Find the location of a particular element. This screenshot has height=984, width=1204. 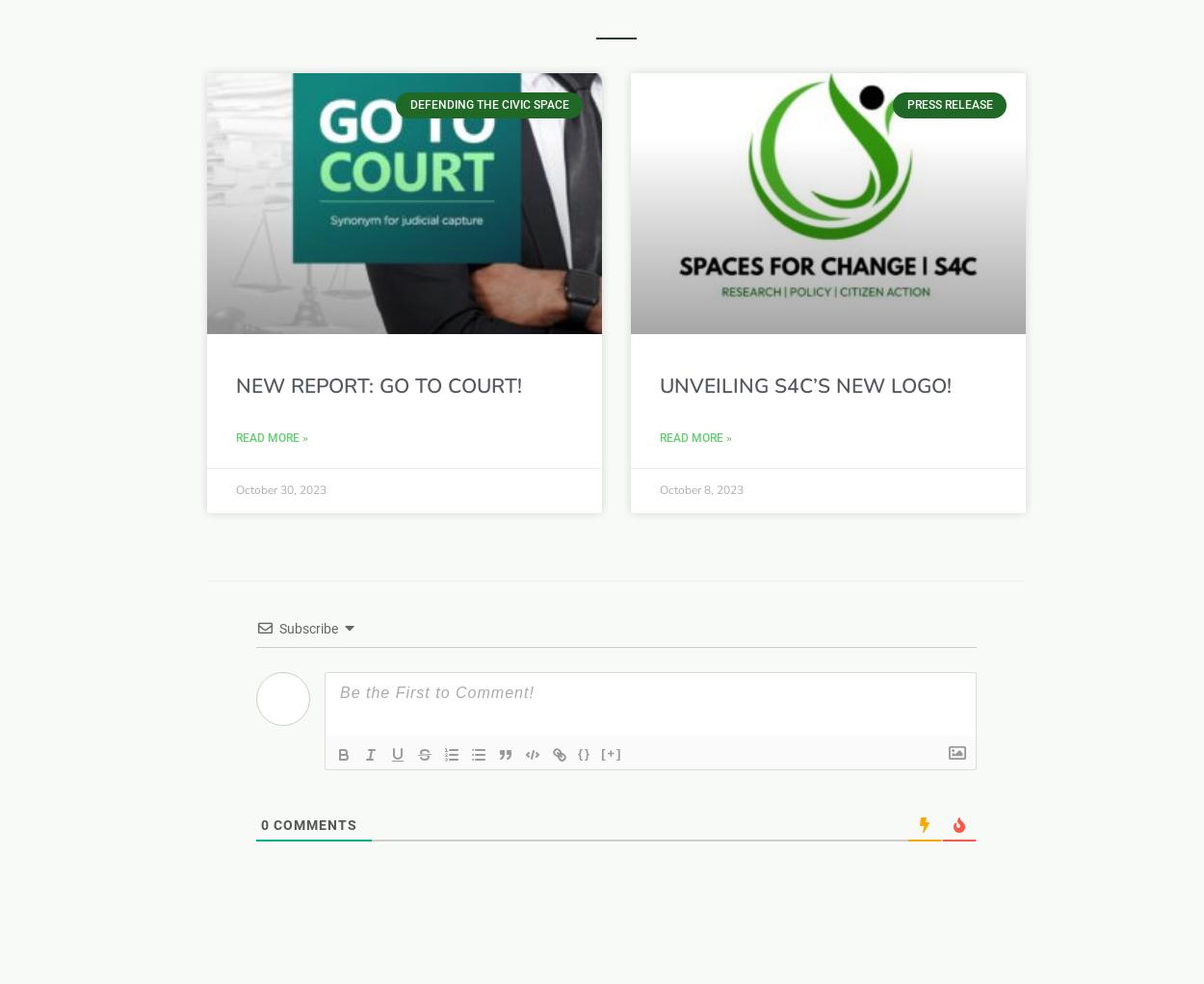

'Press release' is located at coordinates (948, 104).